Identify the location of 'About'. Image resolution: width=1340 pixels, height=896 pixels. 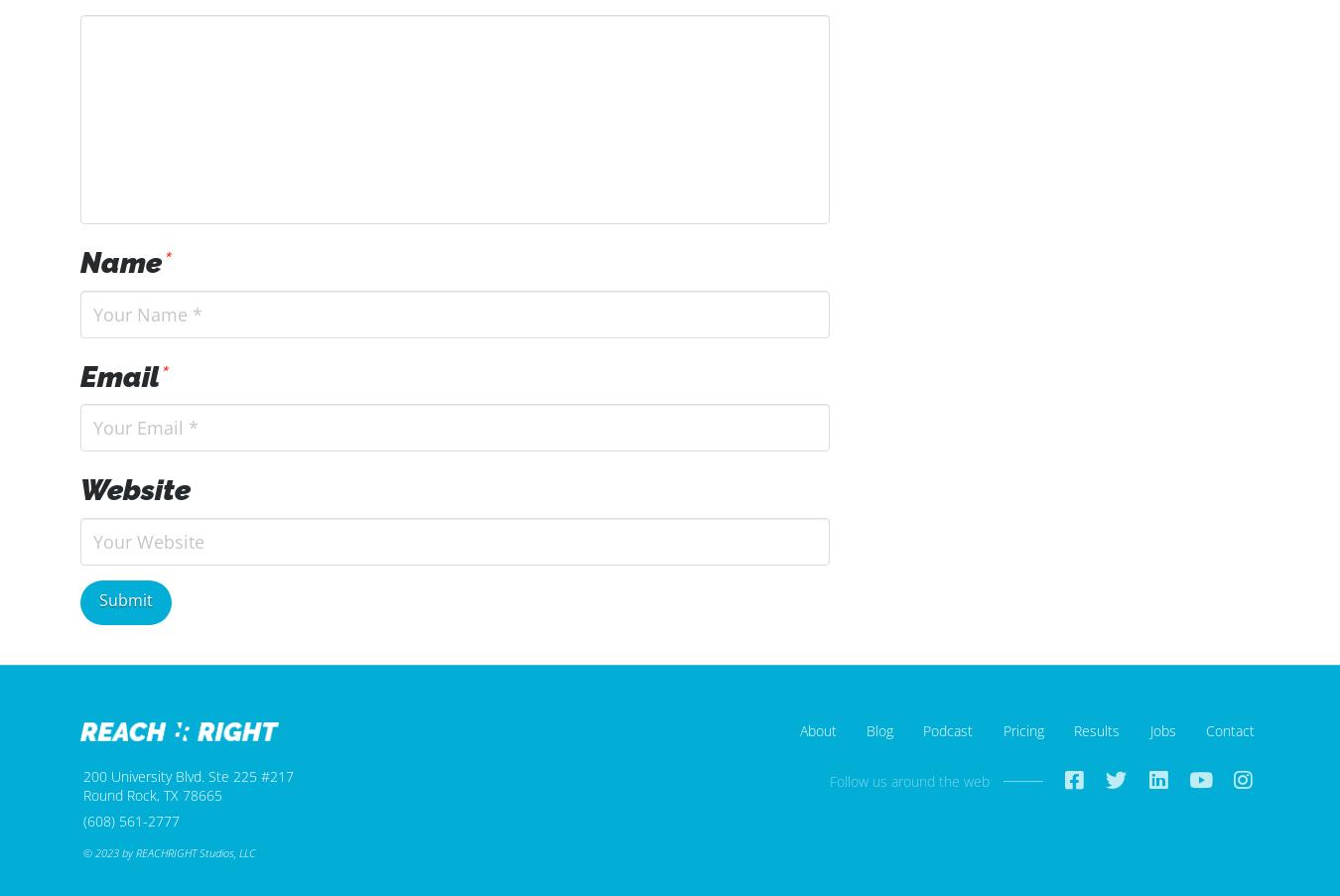
(817, 730).